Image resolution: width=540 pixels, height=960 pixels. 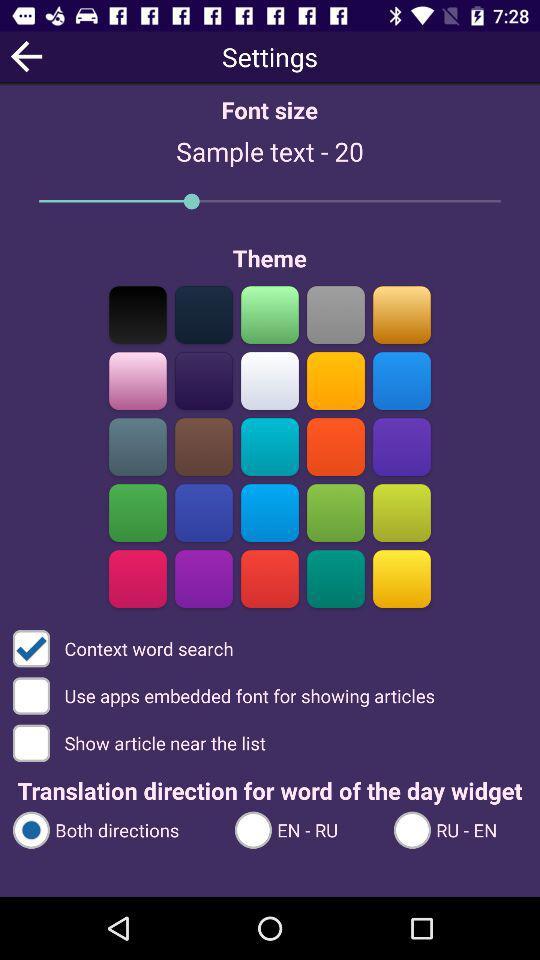 What do you see at coordinates (137, 446) in the screenshot?
I see `color` at bounding box center [137, 446].